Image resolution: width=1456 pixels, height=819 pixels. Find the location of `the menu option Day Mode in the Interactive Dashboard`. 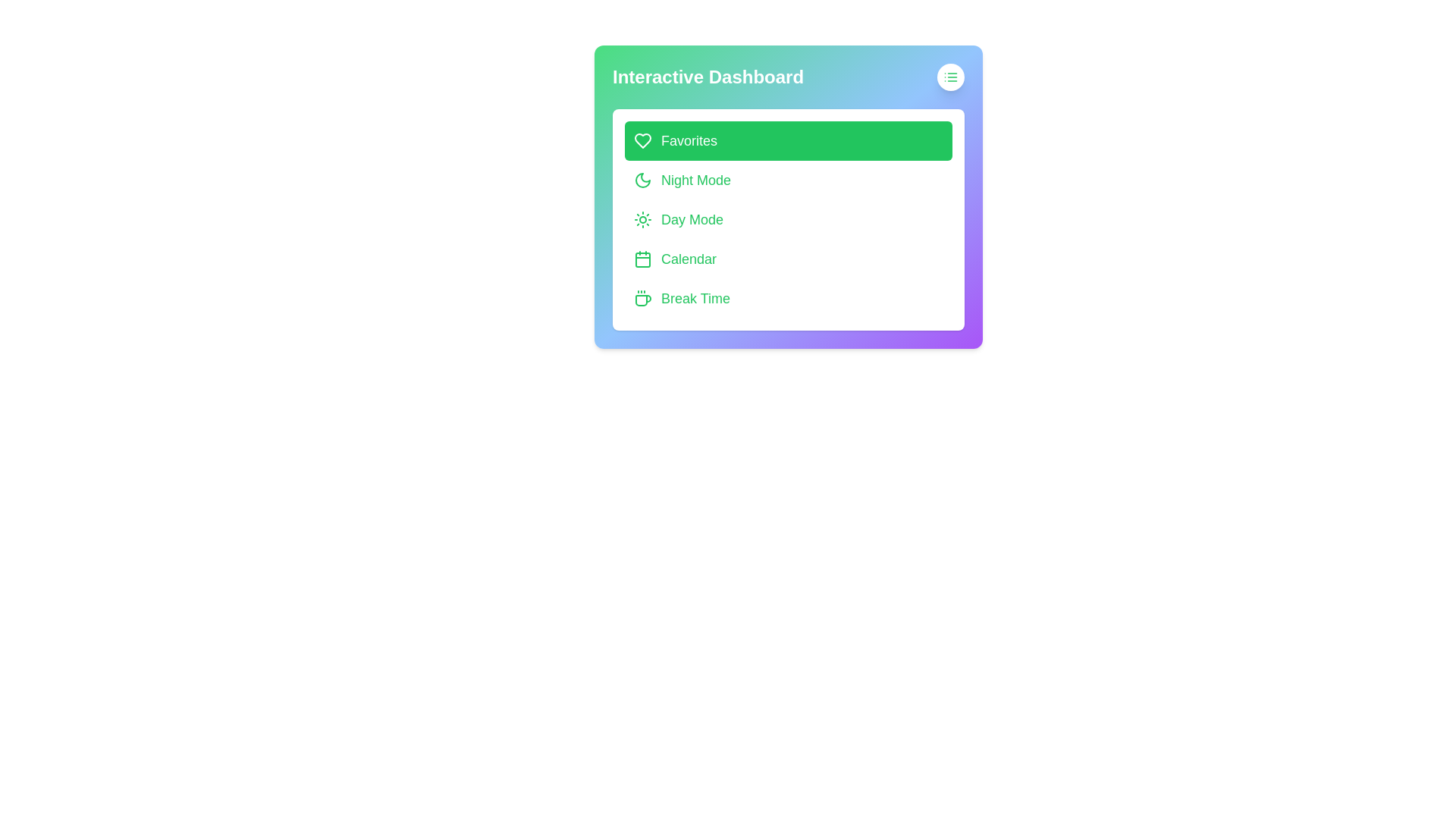

the menu option Day Mode in the Interactive Dashboard is located at coordinates (789, 219).